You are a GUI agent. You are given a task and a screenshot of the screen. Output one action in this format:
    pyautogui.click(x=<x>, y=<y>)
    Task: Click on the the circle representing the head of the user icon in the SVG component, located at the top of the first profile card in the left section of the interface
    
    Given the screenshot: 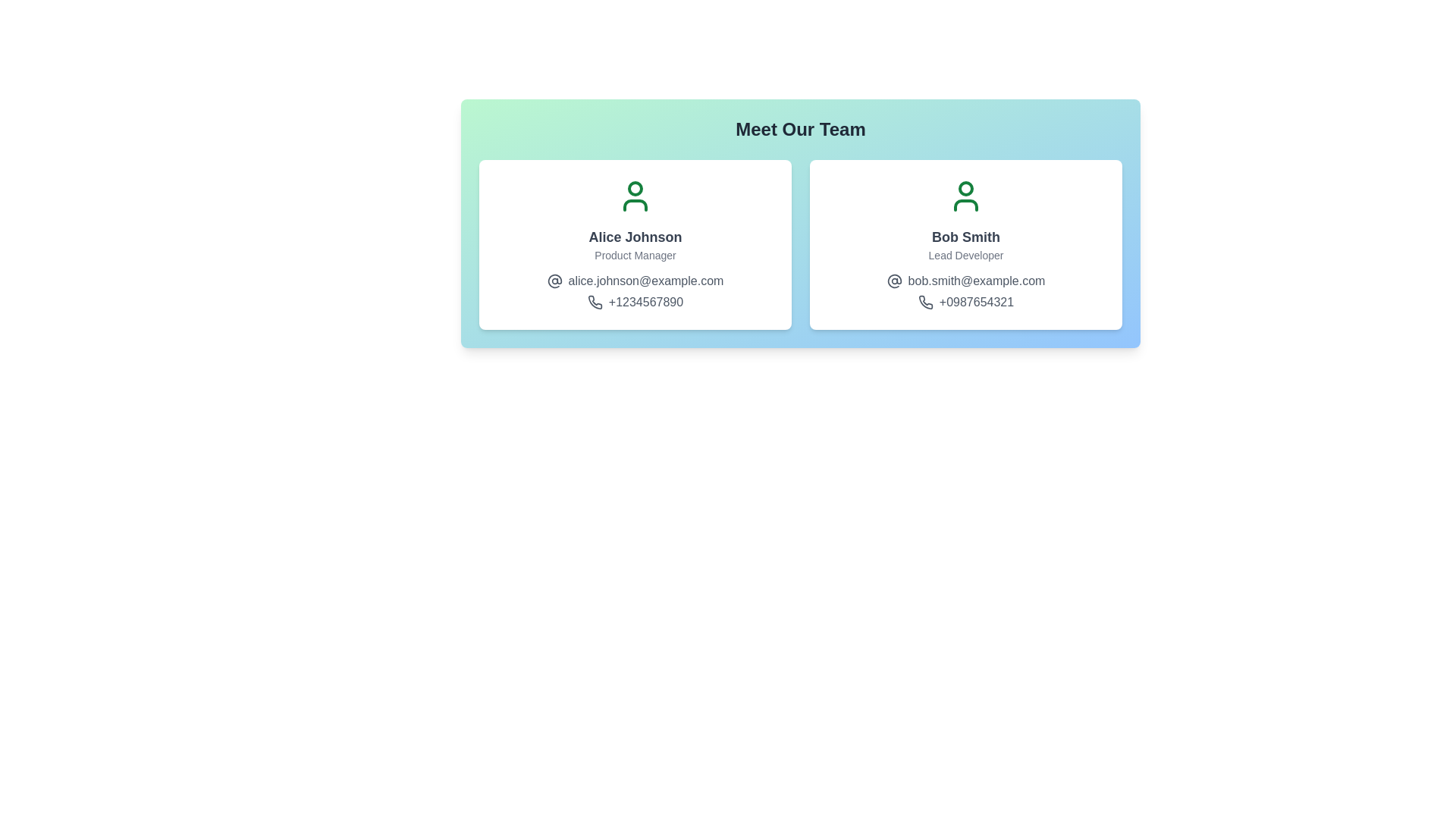 What is the action you would take?
    pyautogui.click(x=635, y=188)
    